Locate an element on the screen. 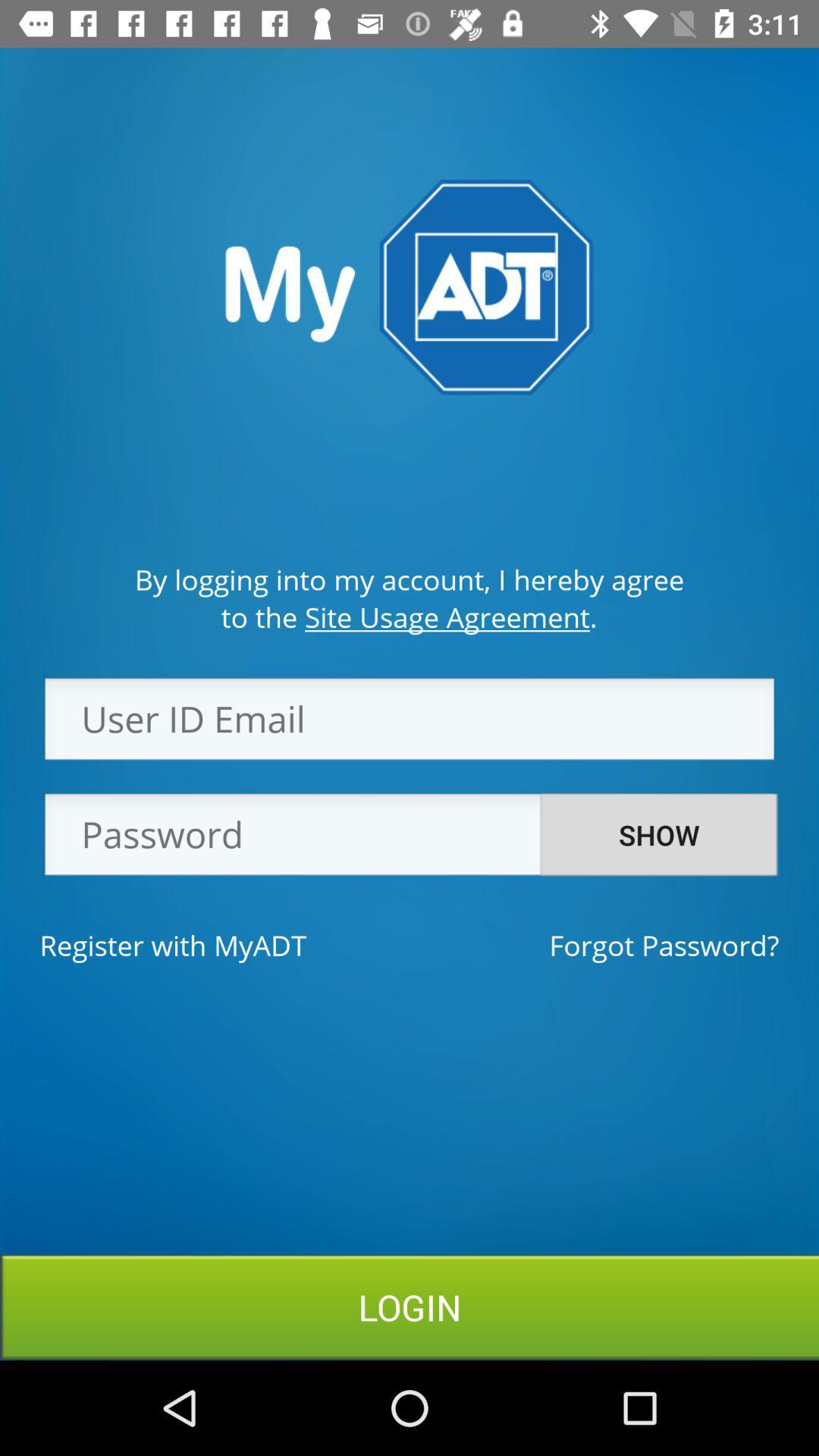  the login icon is located at coordinates (409, 1306).